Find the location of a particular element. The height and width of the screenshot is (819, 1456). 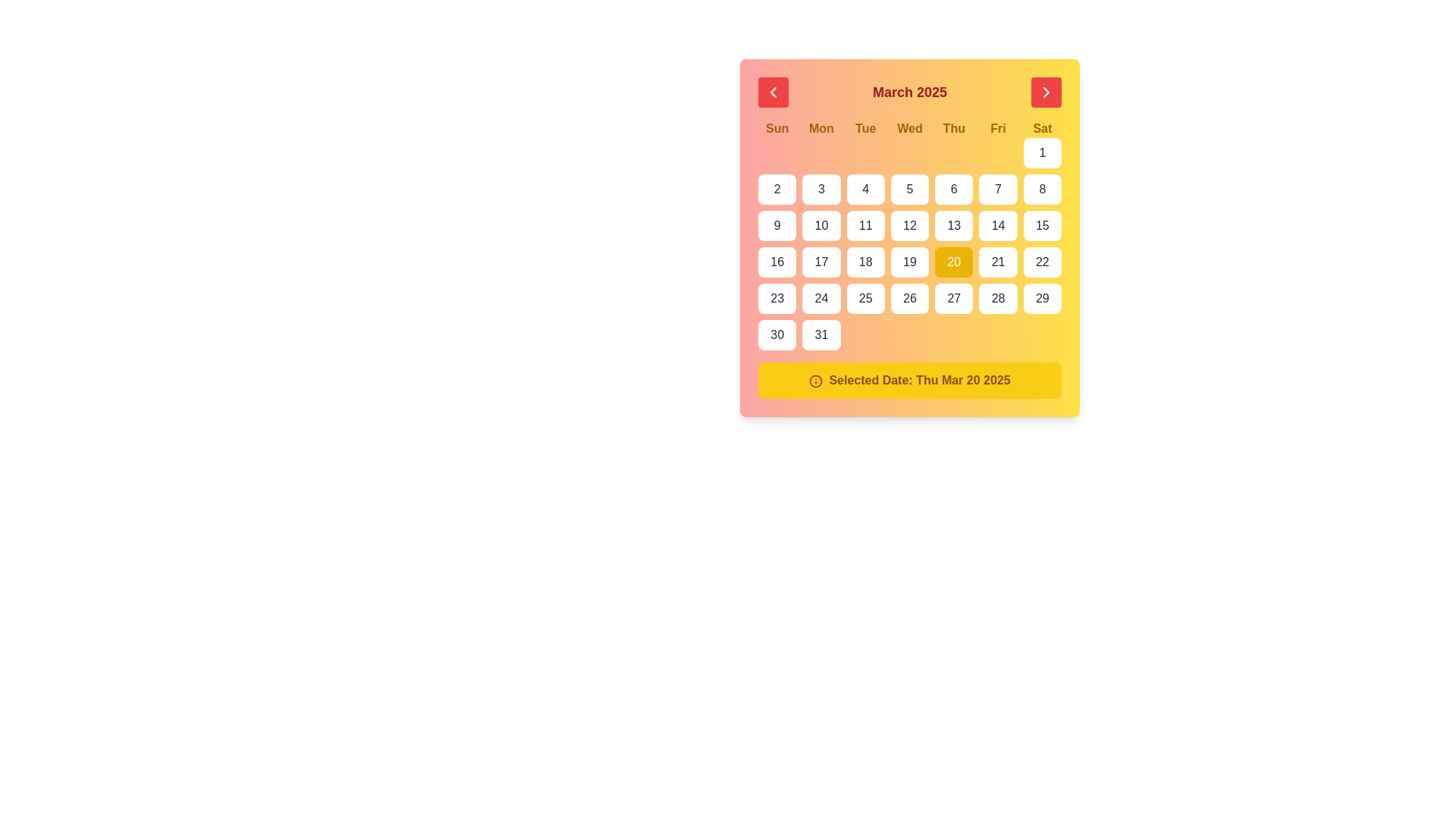

the bold yellow text label 'Sun', which is the leftmost element in the row displaying the days of the week is located at coordinates (777, 127).